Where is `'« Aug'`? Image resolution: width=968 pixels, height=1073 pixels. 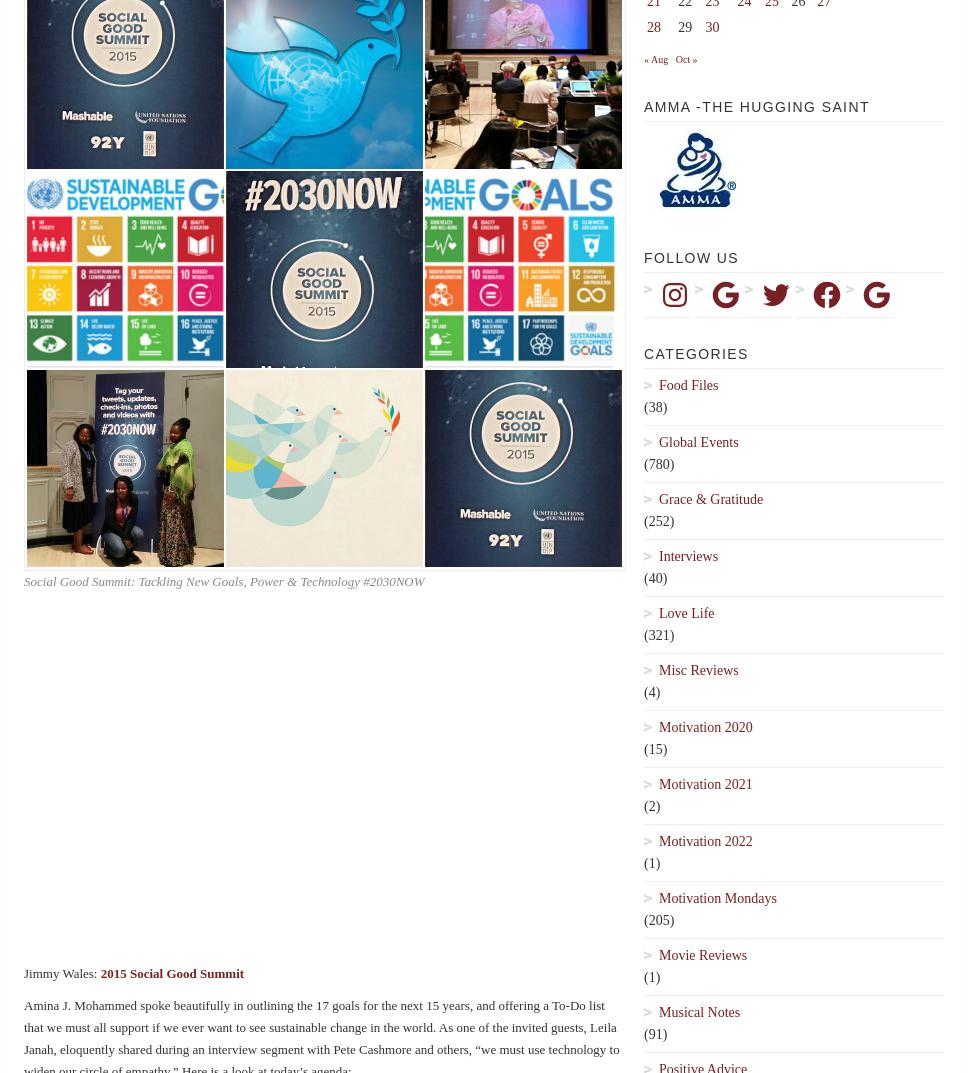 '« Aug' is located at coordinates (656, 58).